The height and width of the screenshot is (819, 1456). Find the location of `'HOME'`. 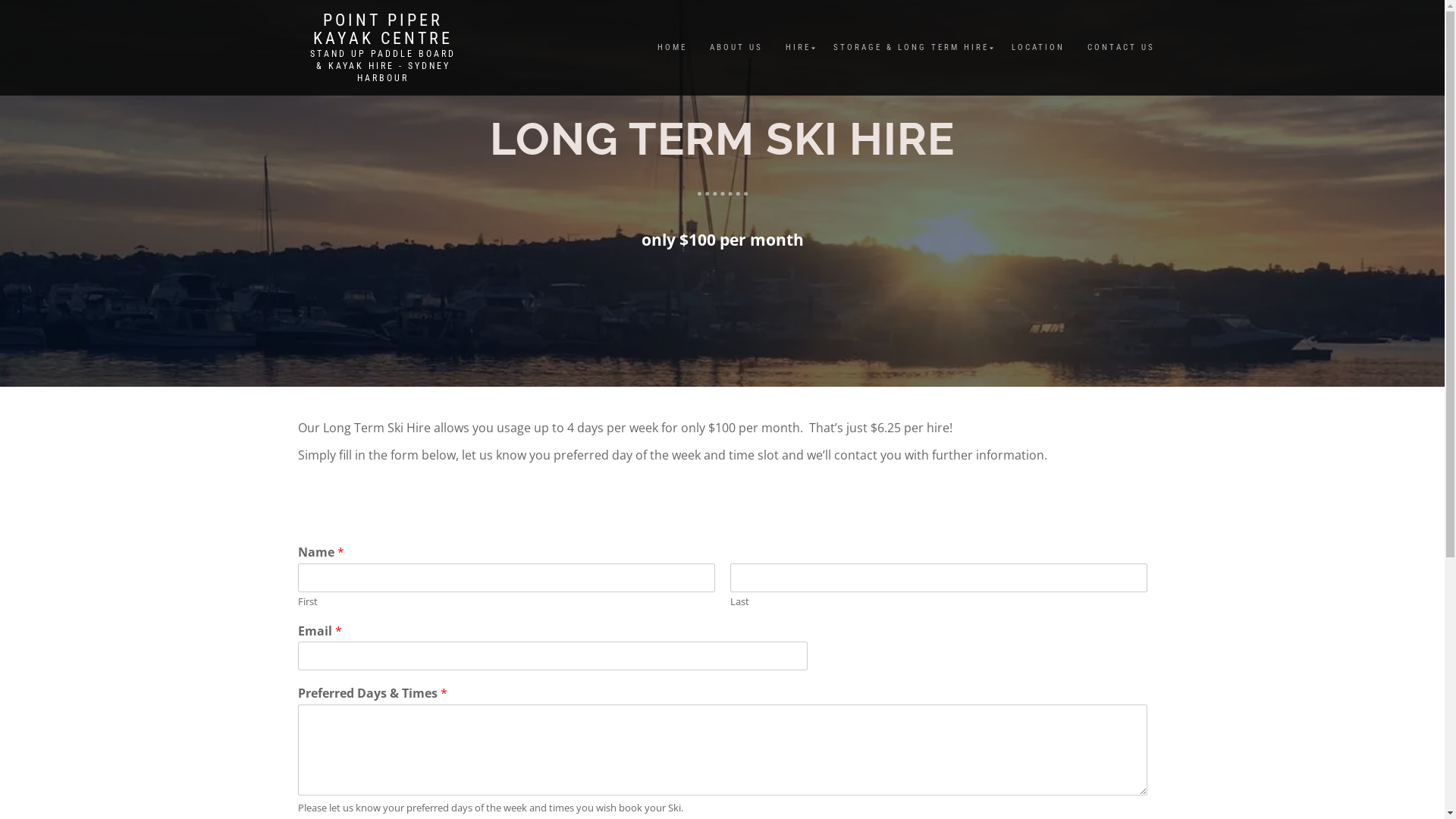

'HOME' is located at coordinates (671, 46).